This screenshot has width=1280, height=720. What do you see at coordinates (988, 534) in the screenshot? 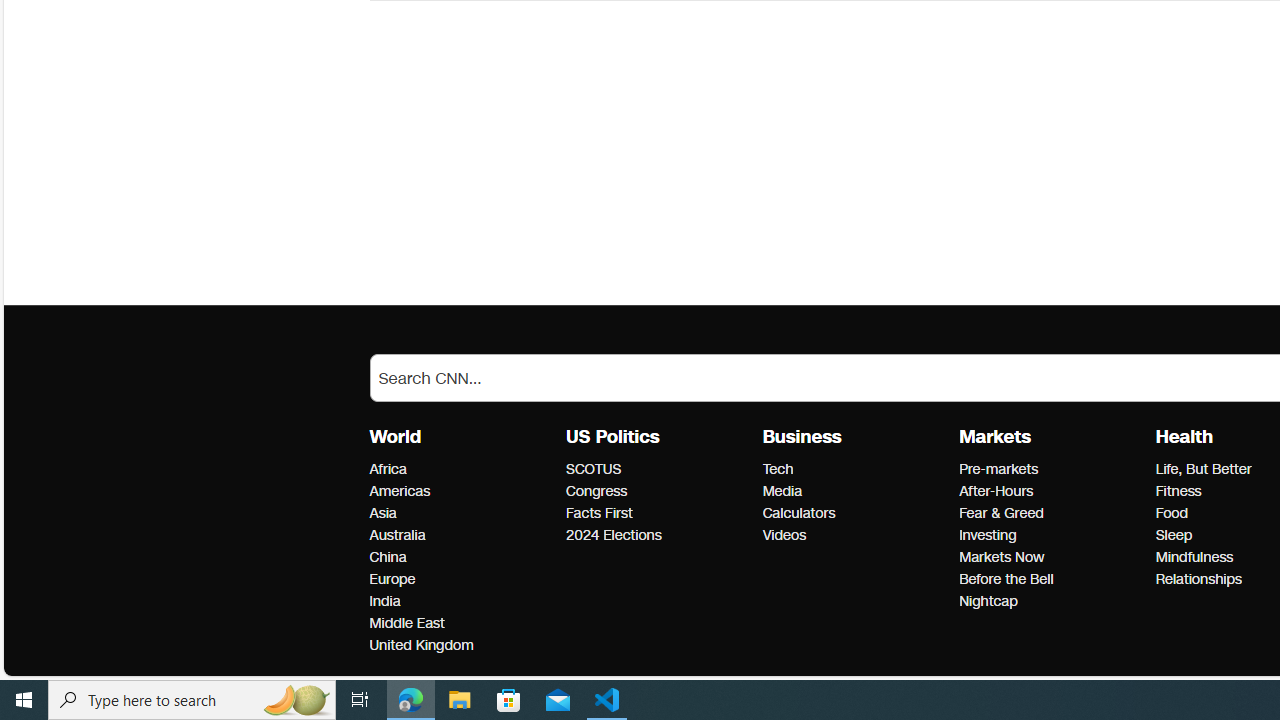
I see `'Markets Investing'` at bounding box center [988, 534].